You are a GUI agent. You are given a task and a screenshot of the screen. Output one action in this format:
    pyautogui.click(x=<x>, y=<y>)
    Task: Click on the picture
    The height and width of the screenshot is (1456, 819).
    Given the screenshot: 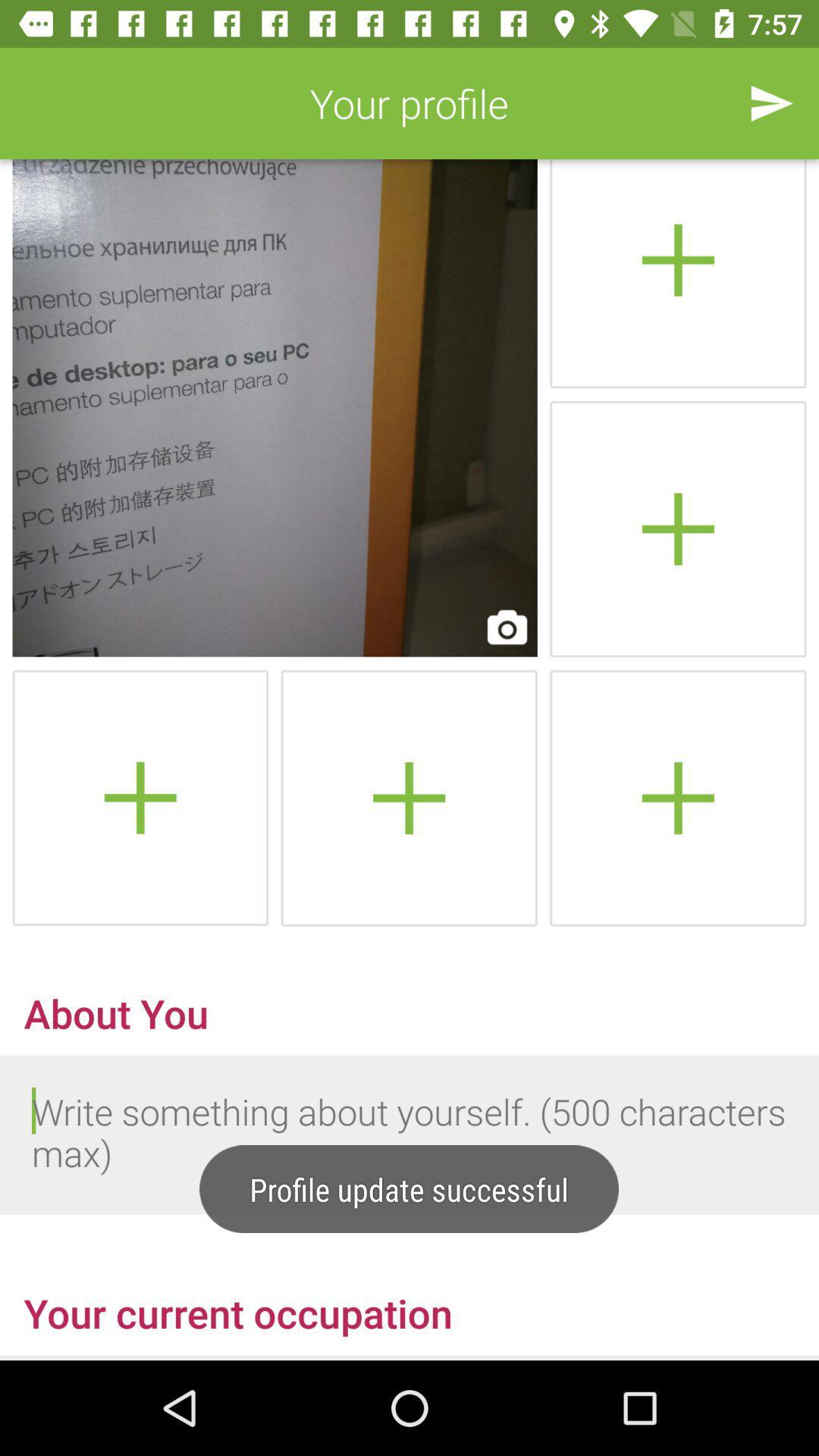 What is the action you would take?
    pyautogui.click(x=677, y=797)
    